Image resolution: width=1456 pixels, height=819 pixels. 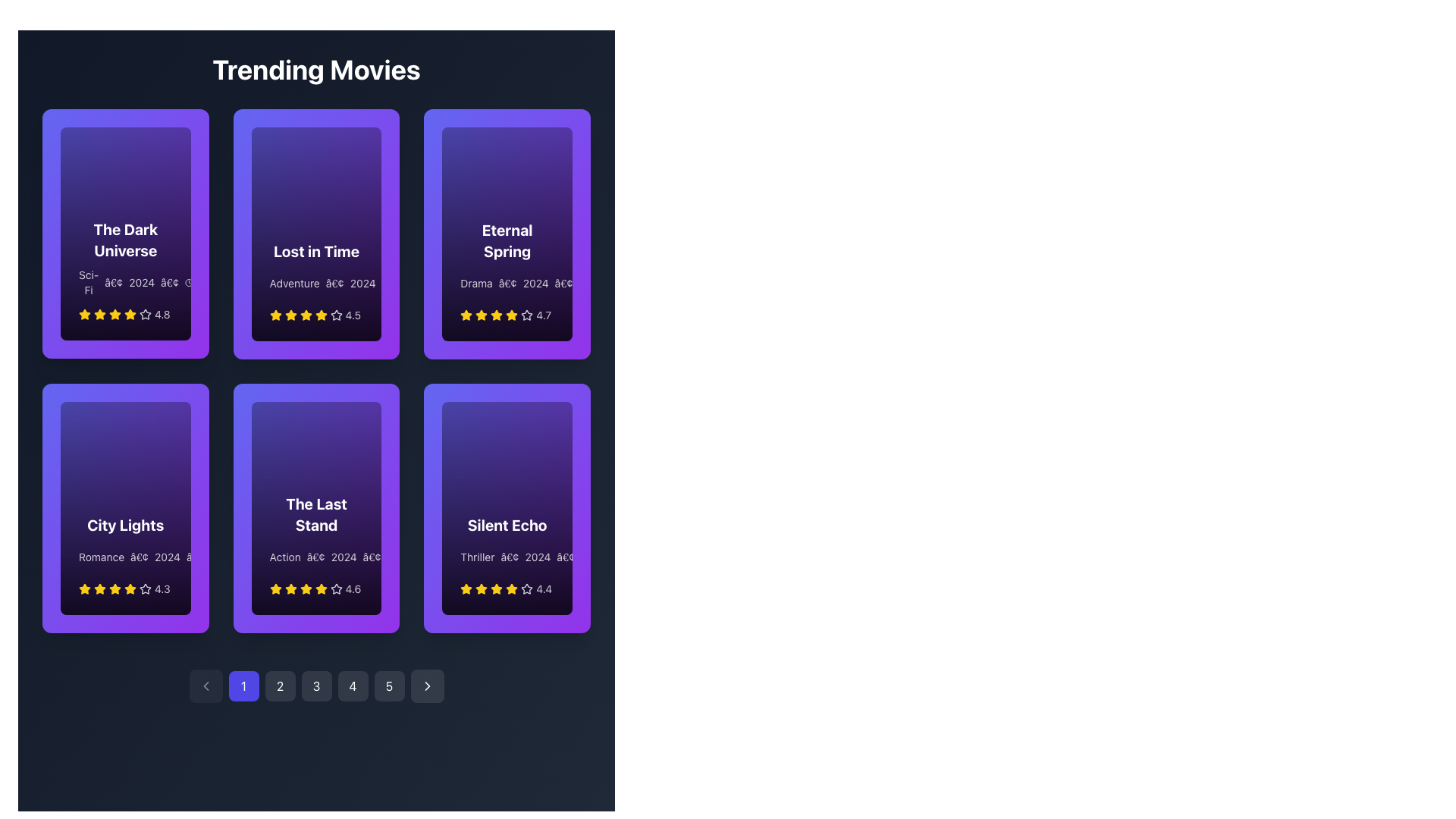 I want to click on text label 'Silent Echo' which serves as the title for the movie card located in the bottom-right of the grid, so click(x=507, y=525).